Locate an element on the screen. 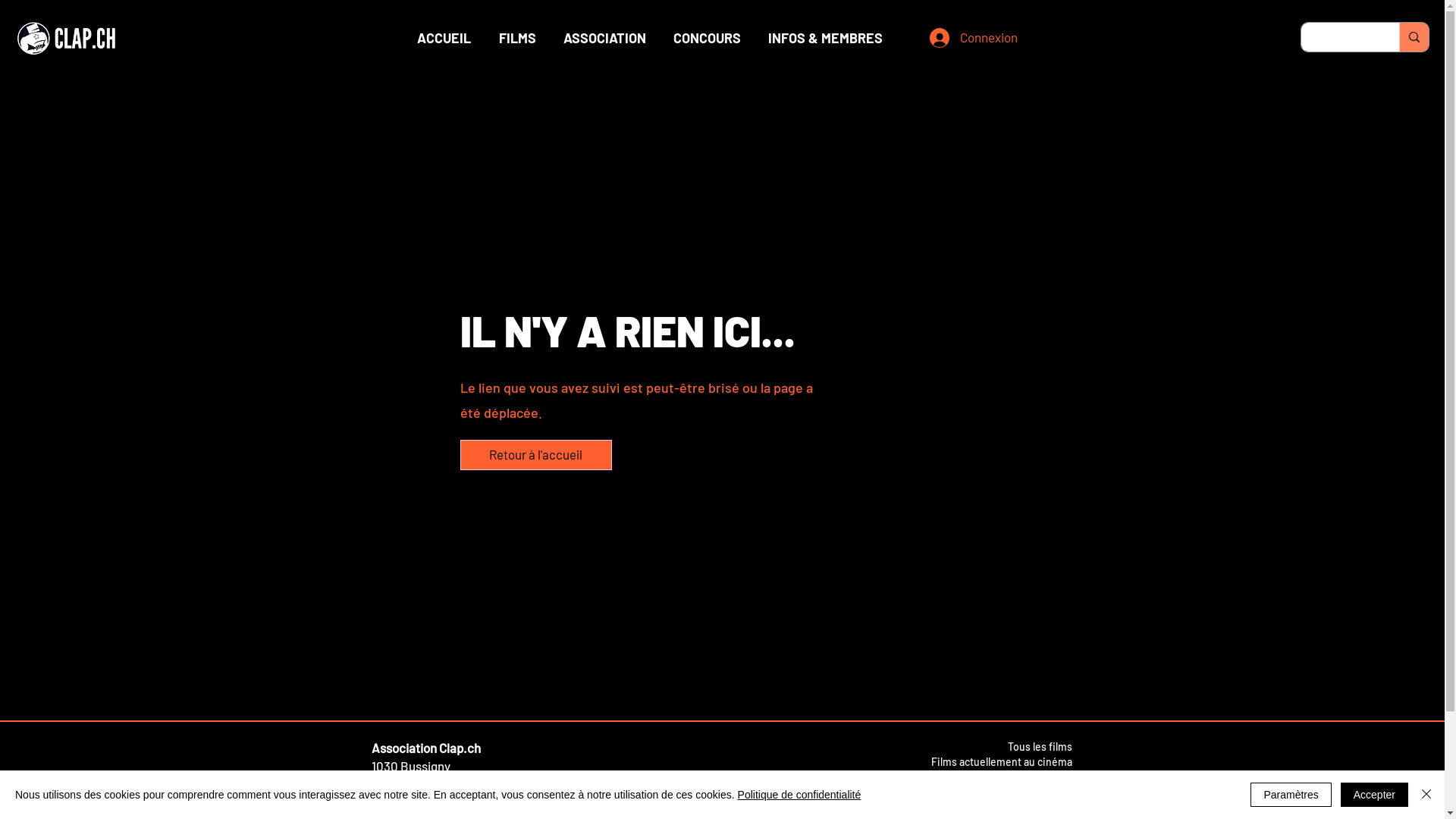 The height and width of the screenshot is (819, 1456). 'ASSOCIATION' is located at coordinates (603, 37).